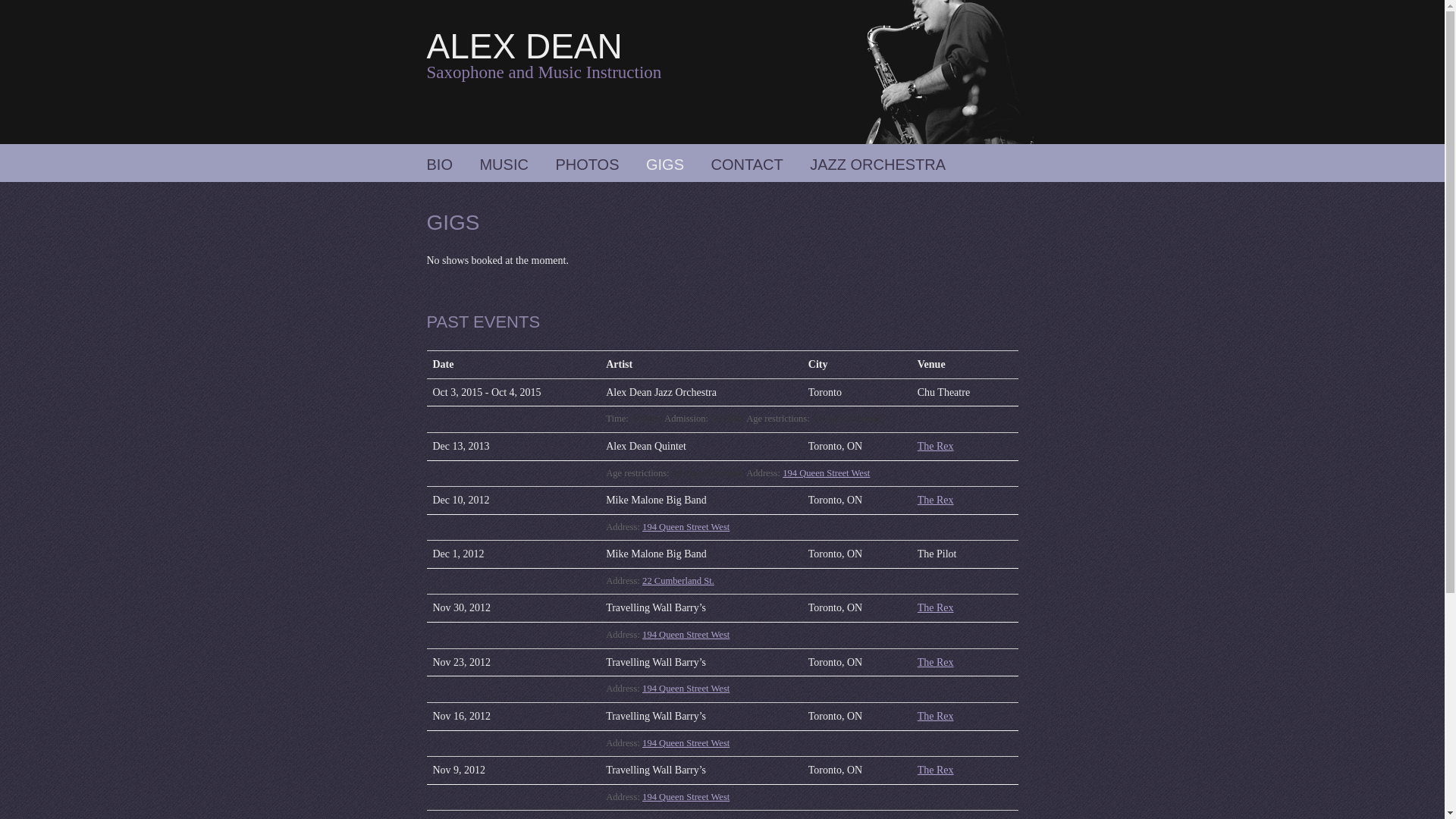 This screenshot has width=1456, height=819. I want to click on 'PHOTOS', so click(585, 164).